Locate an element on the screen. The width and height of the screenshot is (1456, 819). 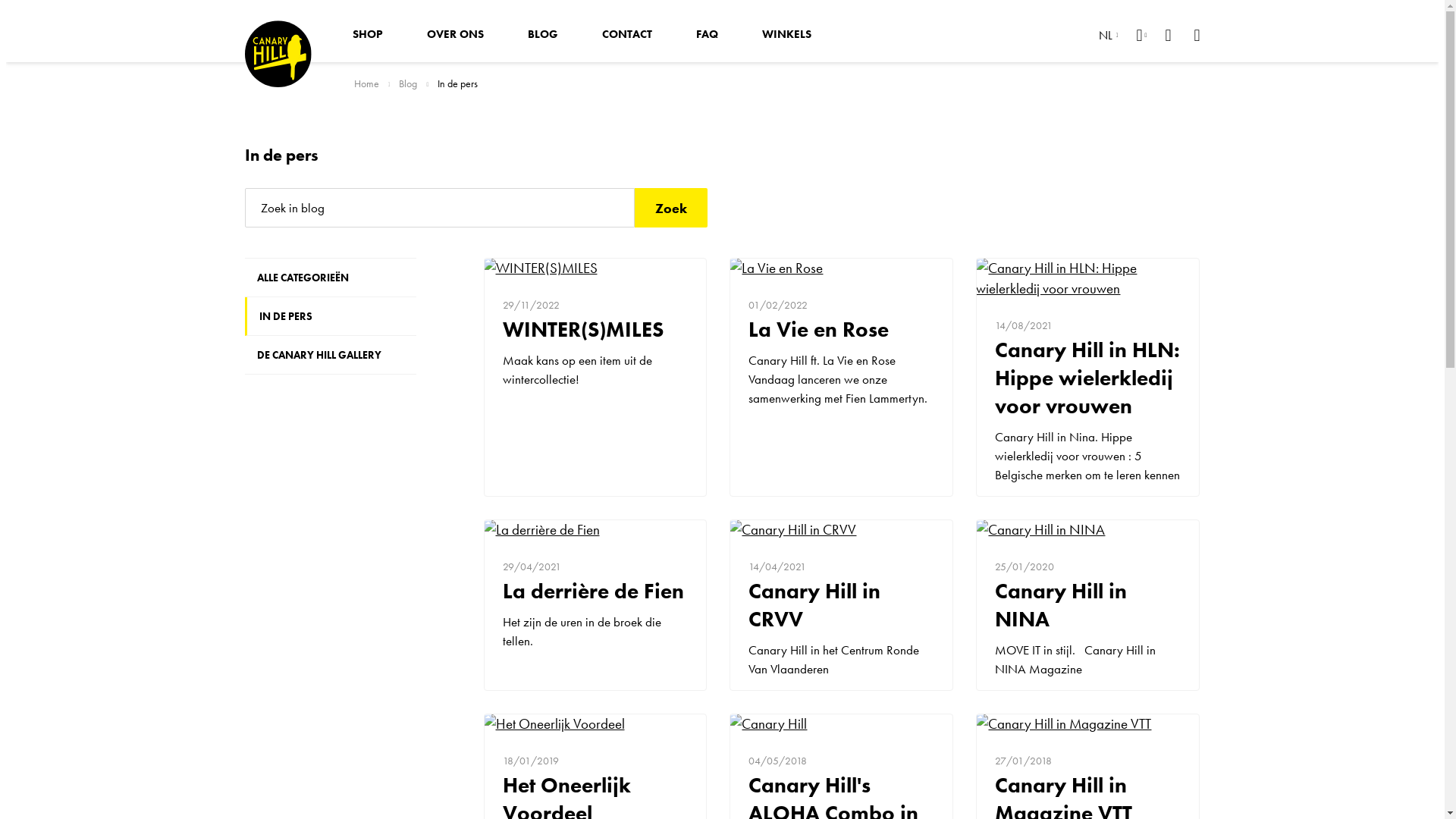
'SHOP' is located at coordinates (367, 34).